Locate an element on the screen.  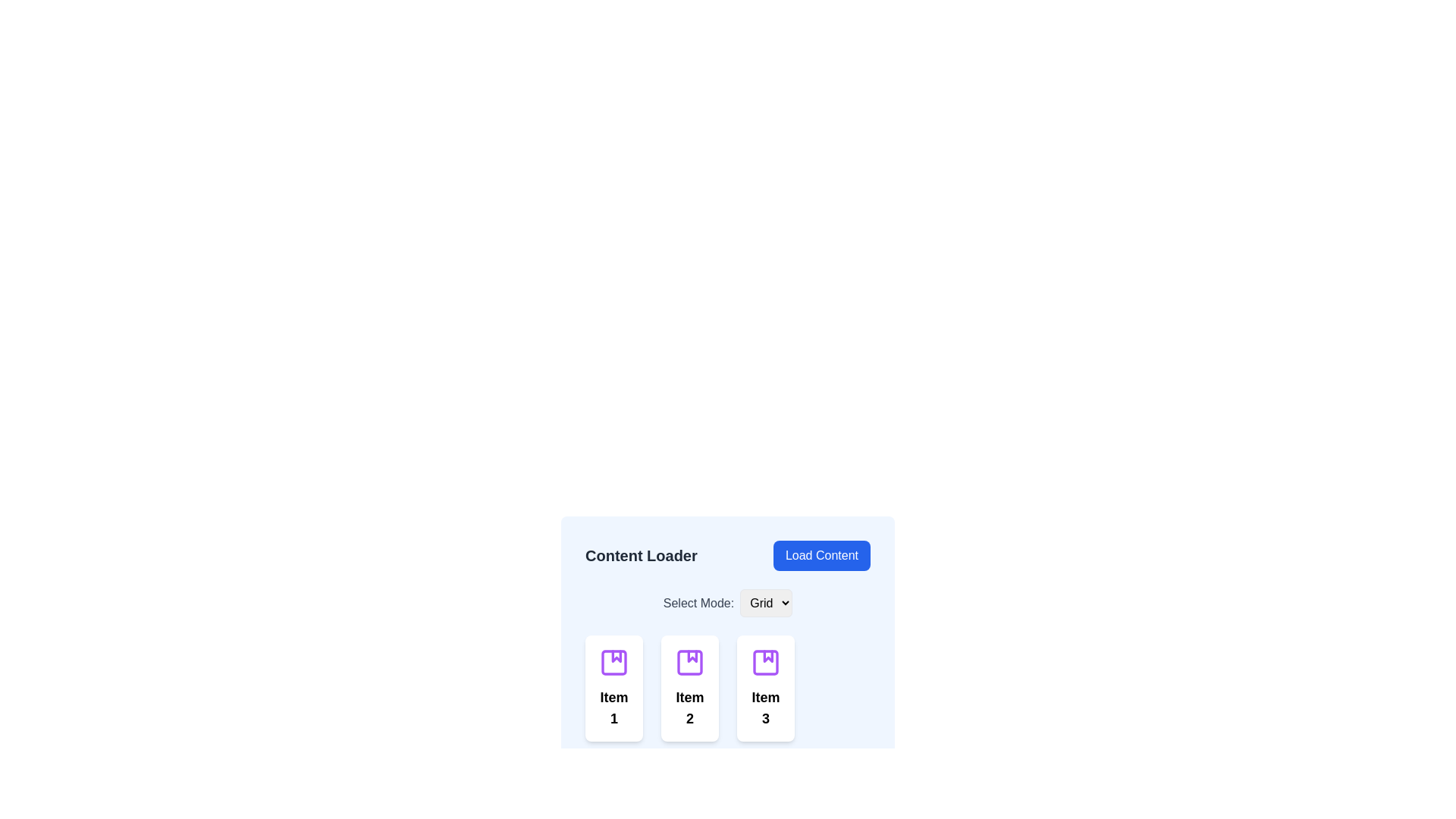
the triangular decorative icon representing 'Item 3' located in the third column under the 'Content Loader' section is located at coordinates (768, 655).